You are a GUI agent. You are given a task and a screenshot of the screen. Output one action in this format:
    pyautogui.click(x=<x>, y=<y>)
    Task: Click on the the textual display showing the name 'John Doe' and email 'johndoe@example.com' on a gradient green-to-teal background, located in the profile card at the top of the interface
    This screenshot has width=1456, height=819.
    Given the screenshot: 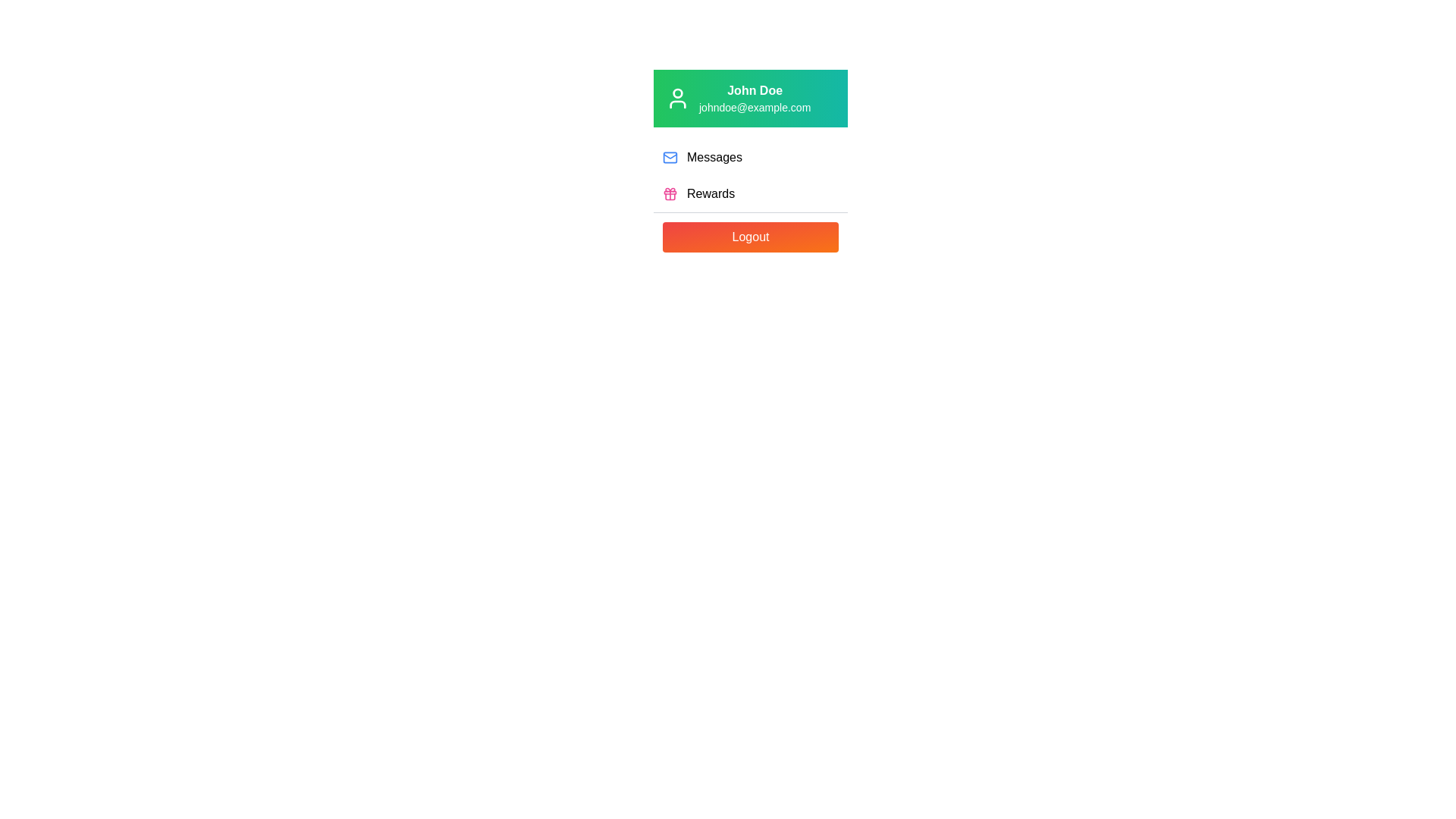 What is the action you would take?
    pyautogui.click(x=755, y=99)
    